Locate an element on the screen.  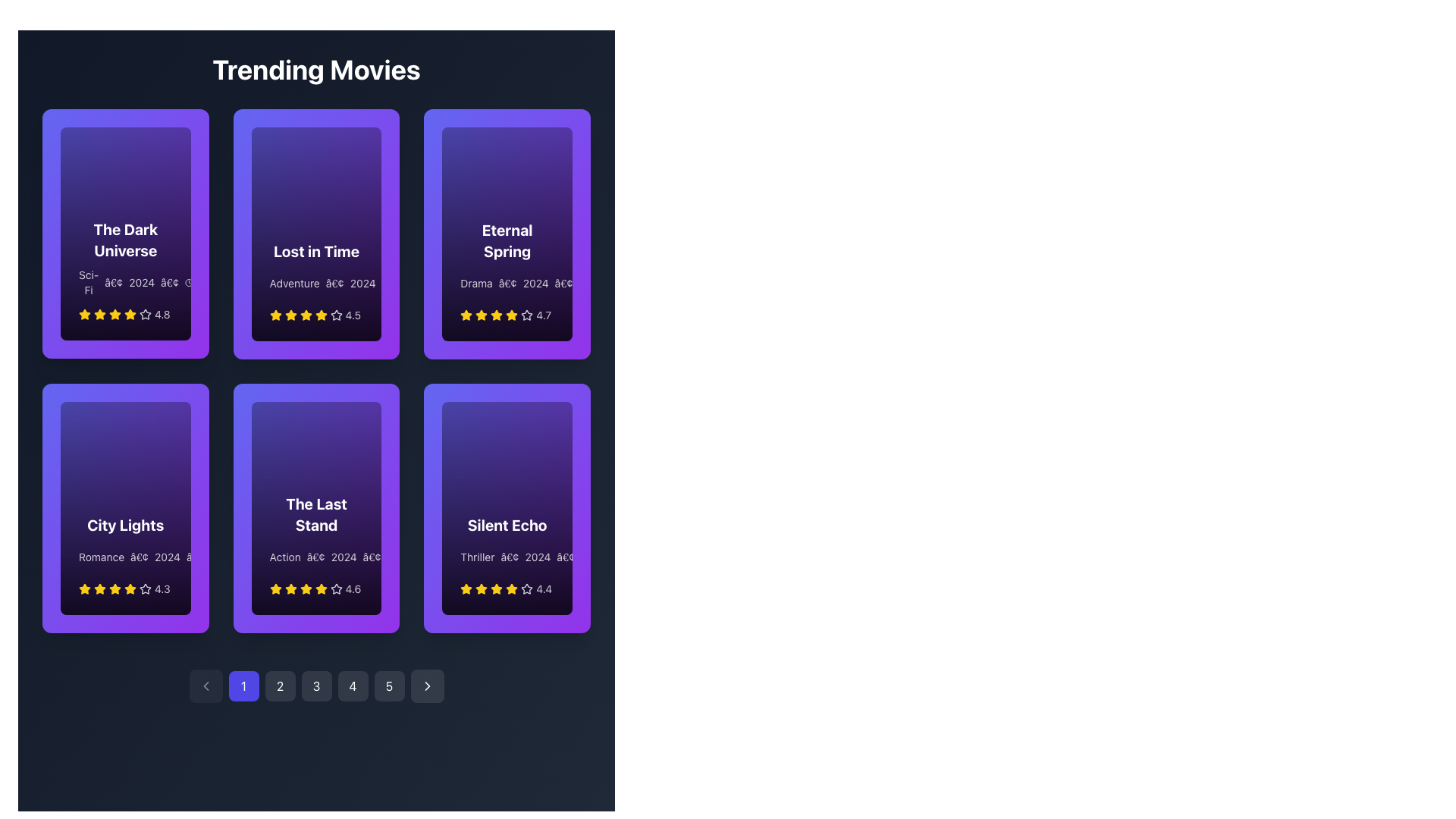
the play button located in the top-right corner of the card labeled 'Silent Echo' is located at coordinates (538, 412).